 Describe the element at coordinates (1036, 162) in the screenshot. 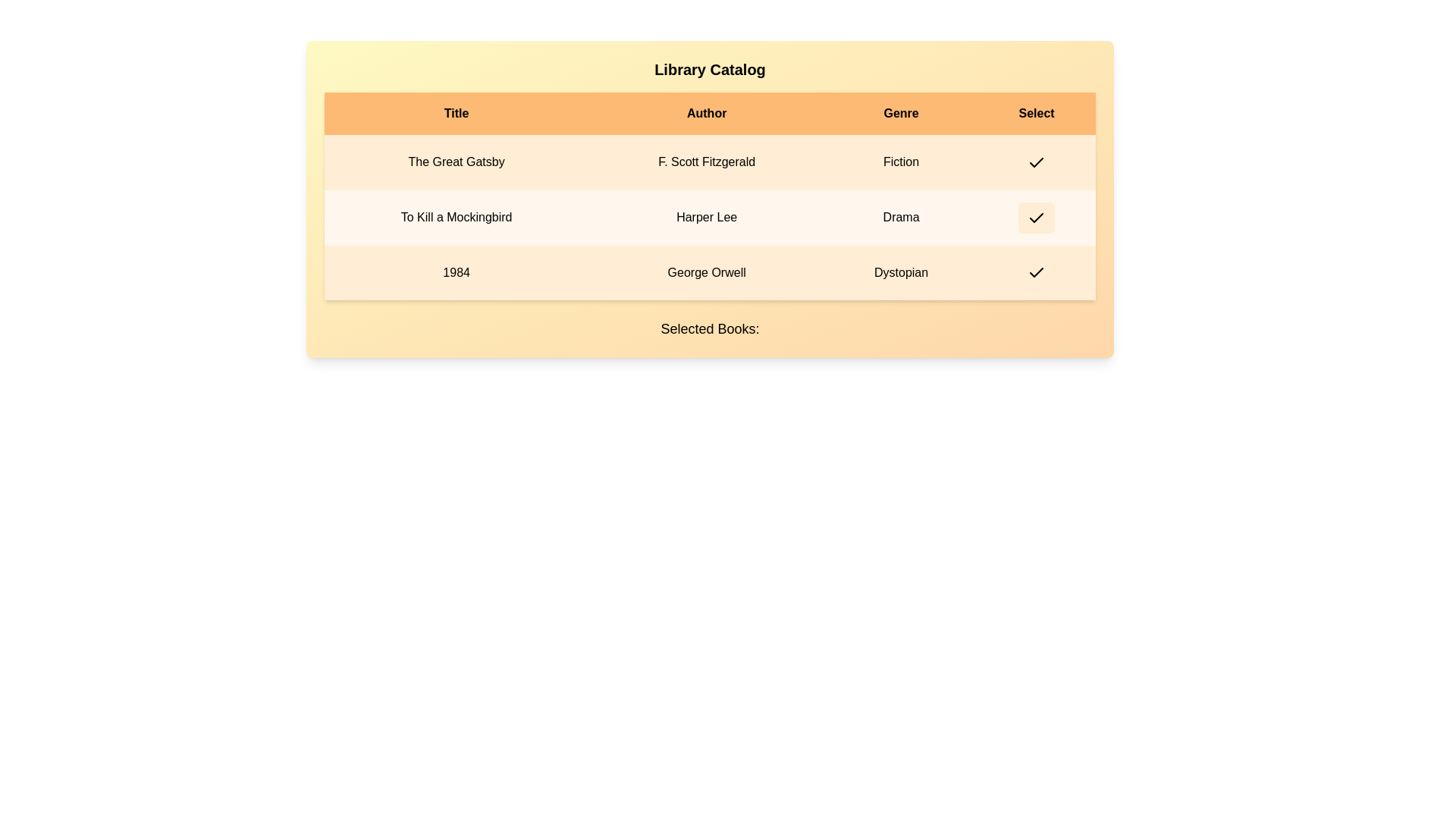

I see `the first check mark icon in the 'Select' column of the 'Library Catalog' table, which signifies that 'The Great Gatsby' is selected` at that location.